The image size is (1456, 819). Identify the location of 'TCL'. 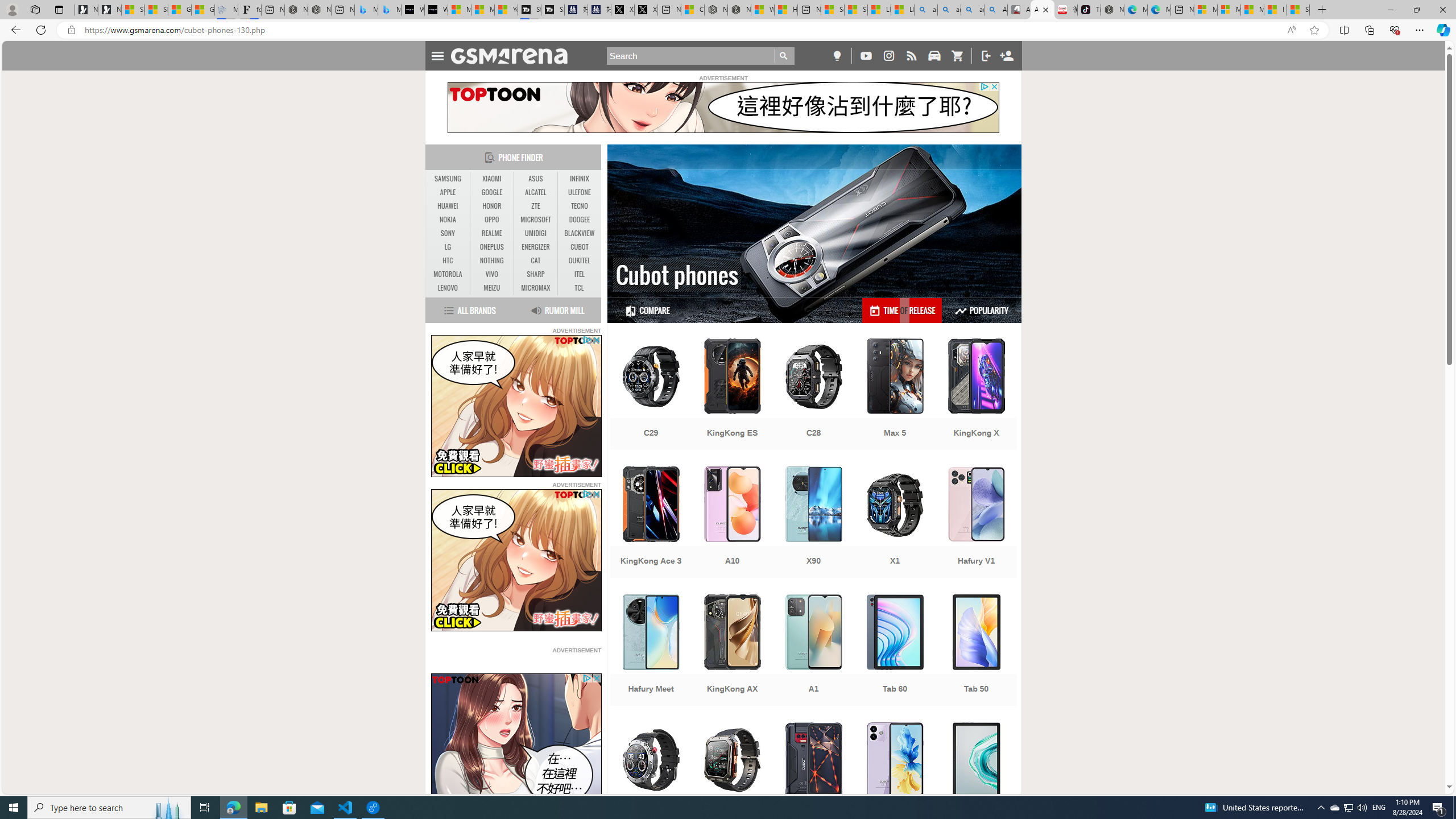
(579, 287).